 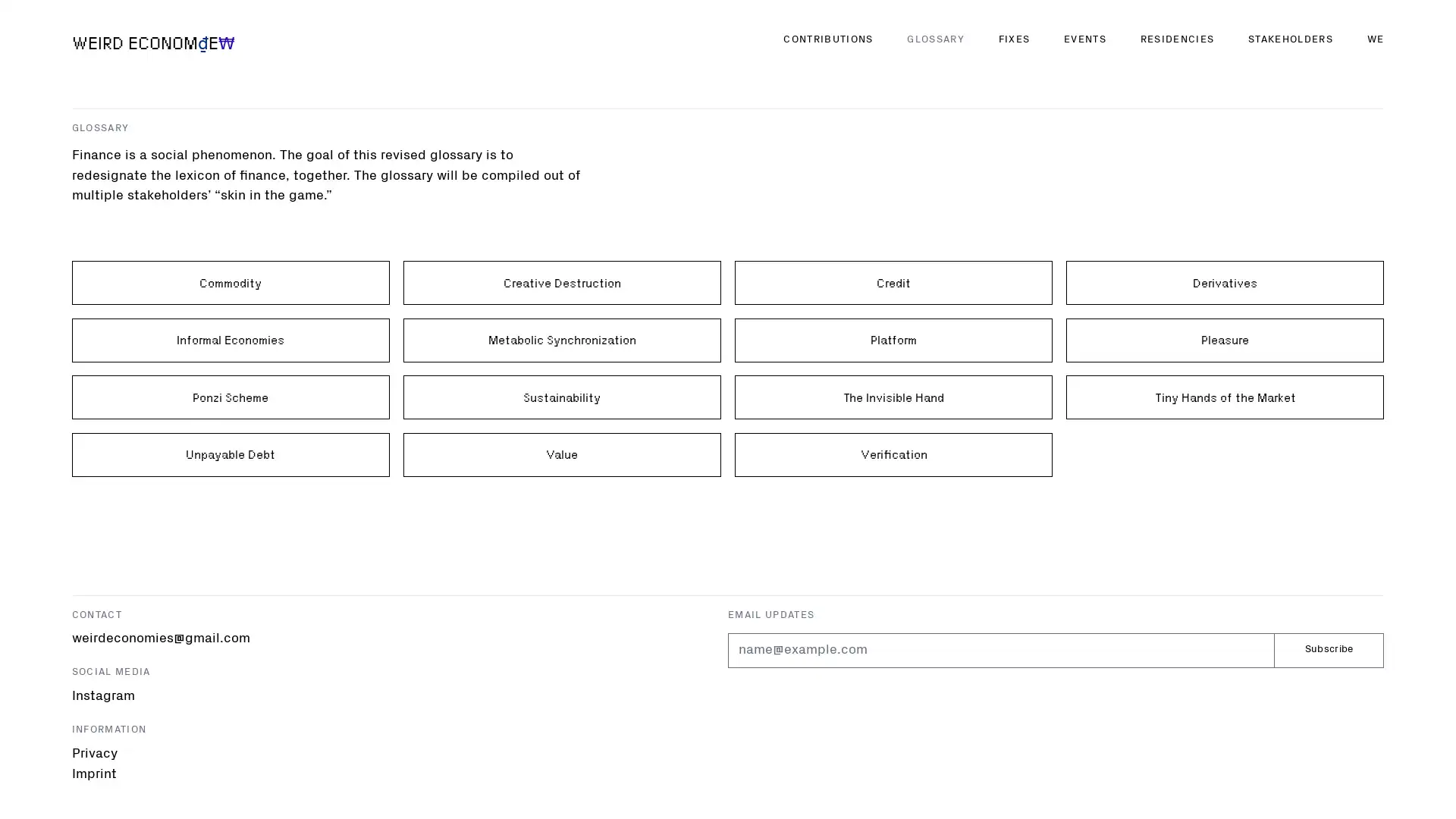 I want to click on Subscribe, so click(x=1328, y=649).